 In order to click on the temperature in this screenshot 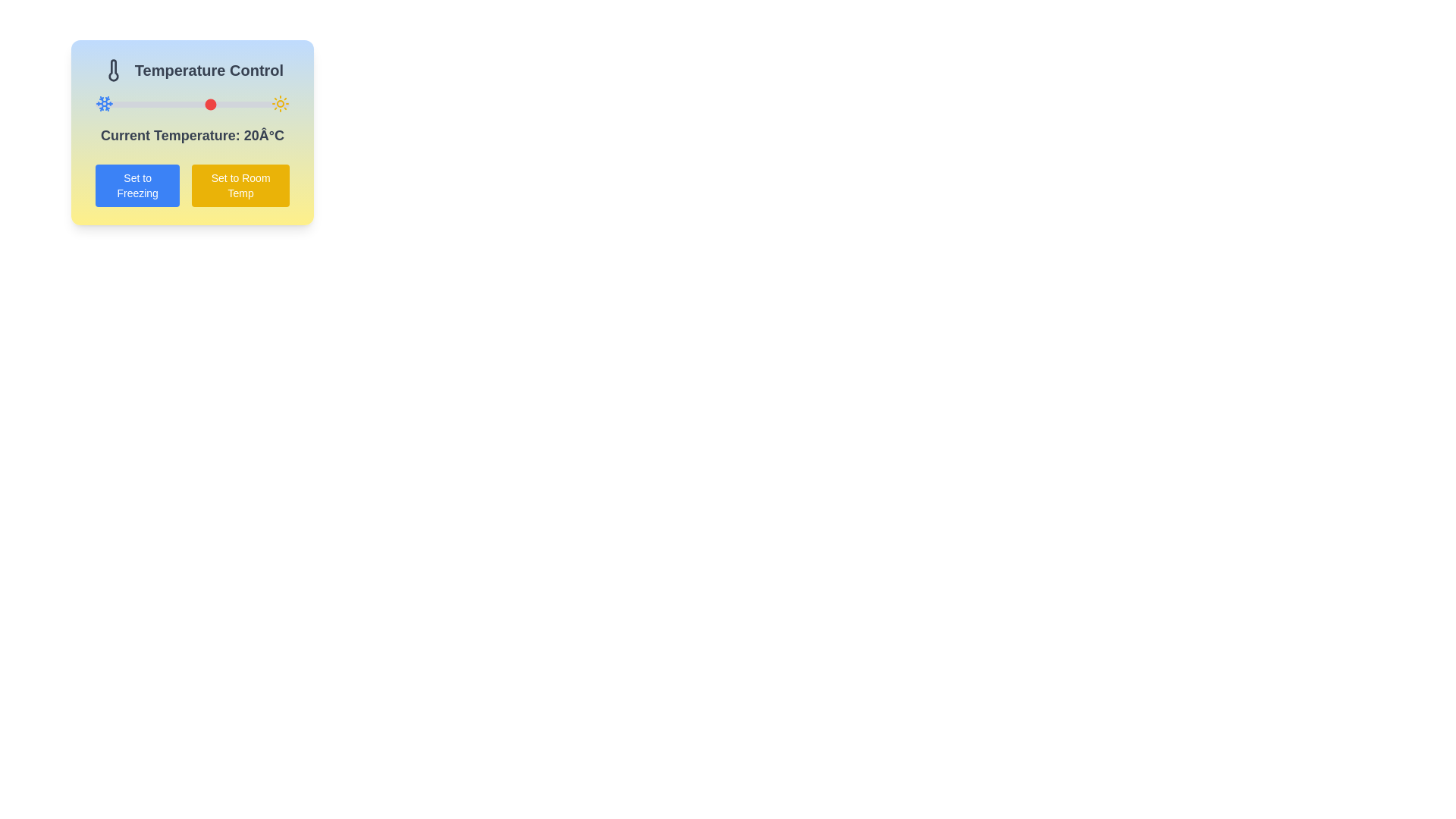, I will do `click(192, 104)`.